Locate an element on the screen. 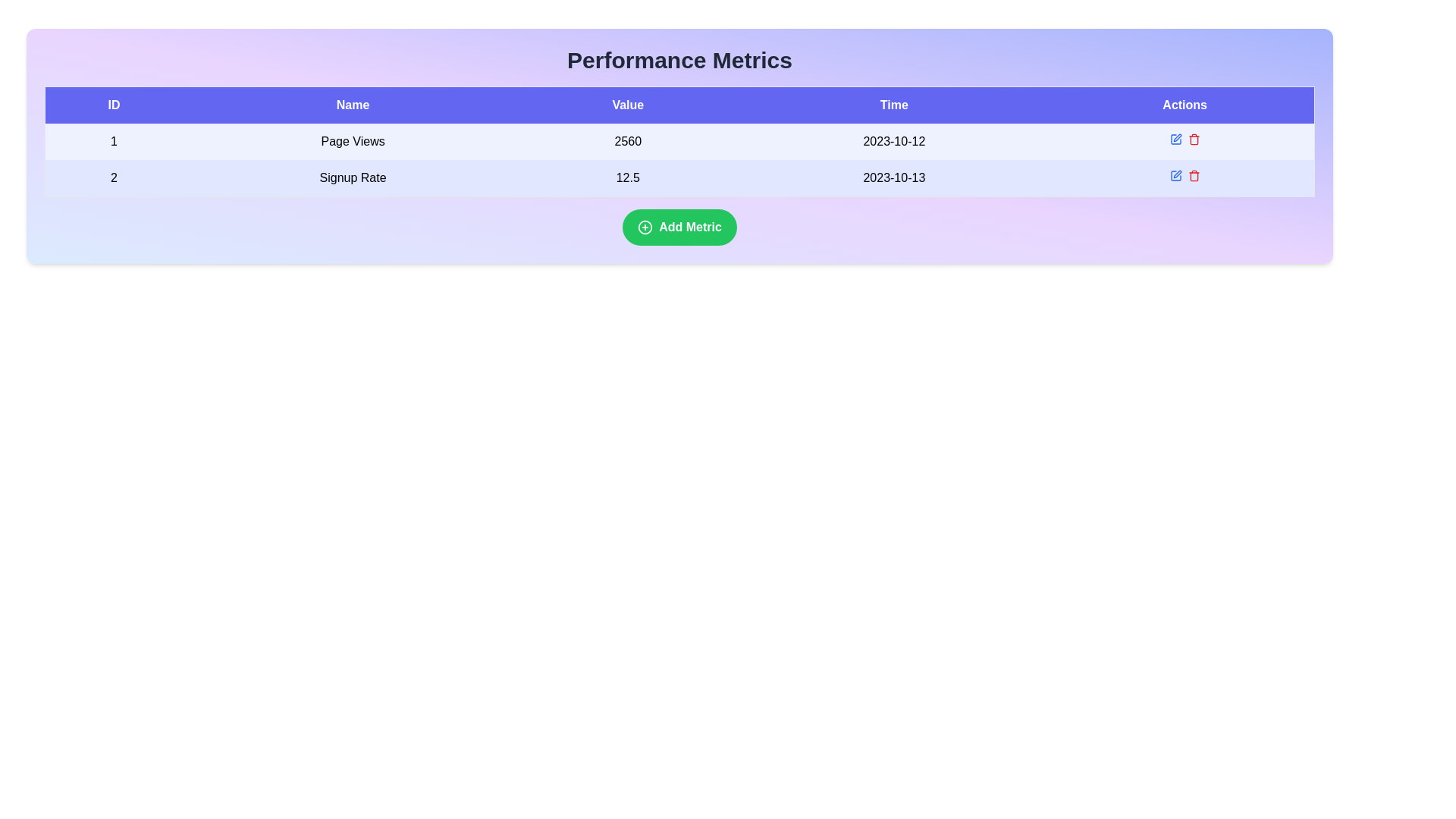 This screenshot has width=1456, height=819. the Text display element that shows the date '2023-10-12' in the 'Time' column of the data table, aligned with metrics for 'Page Views' is located at coordinates (894, 141).